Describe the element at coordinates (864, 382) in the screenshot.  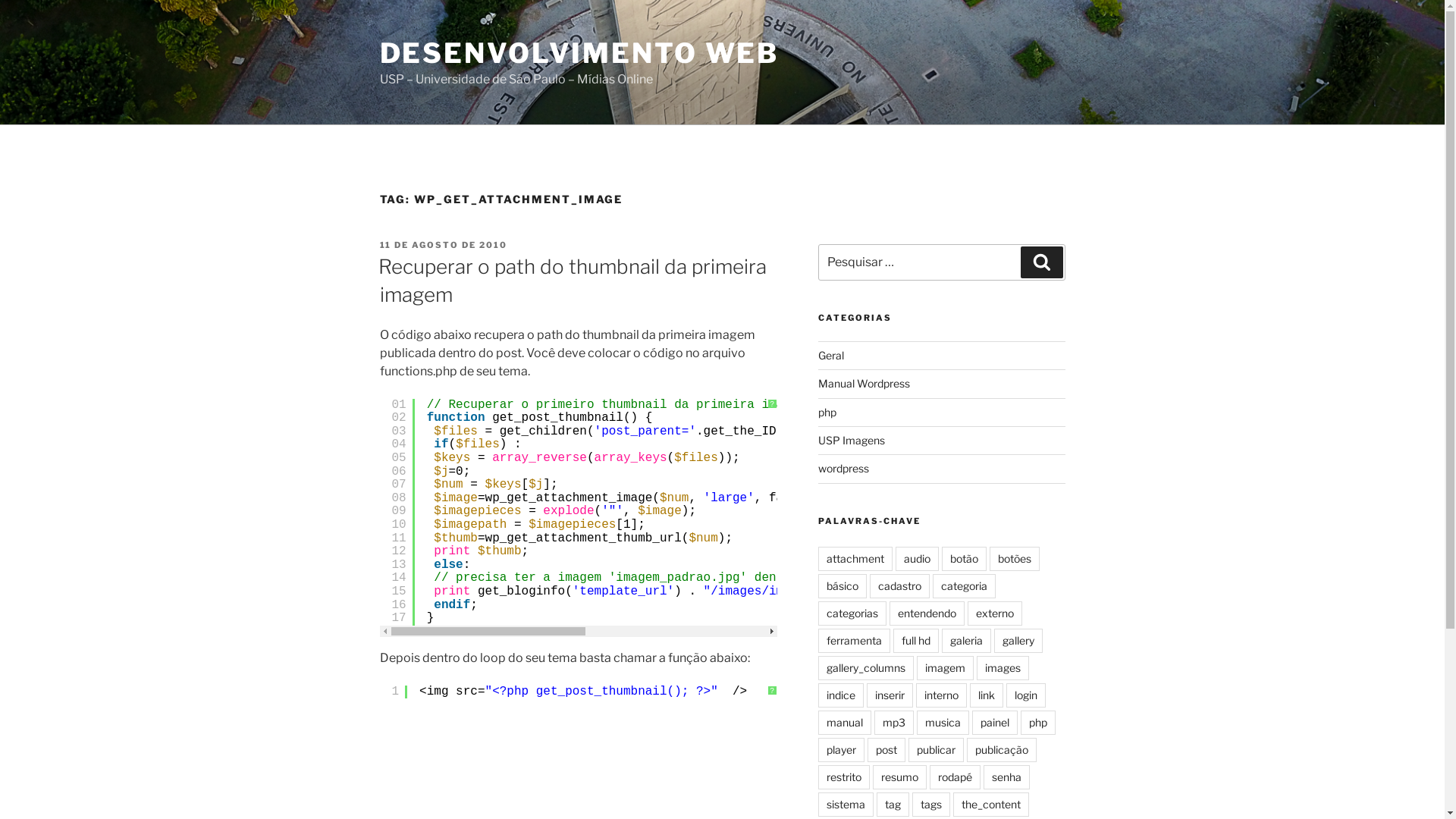
I see `'Manual Wordpress'` at that location.